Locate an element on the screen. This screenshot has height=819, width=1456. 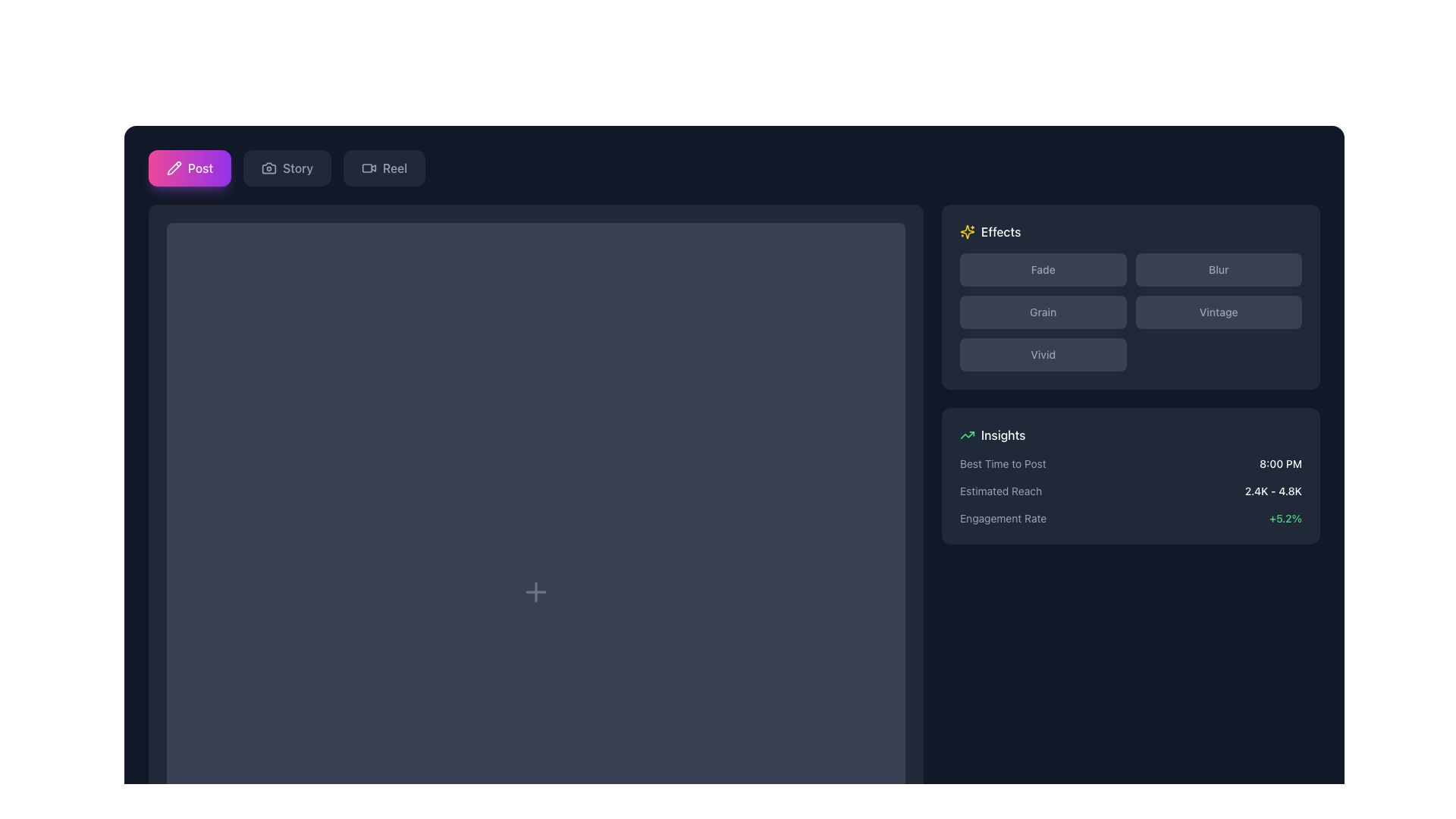
the 'Story' button, which features a camera icon with a detailed outline-style design, located at the top left of the interface is located at coordinates (269, 168).